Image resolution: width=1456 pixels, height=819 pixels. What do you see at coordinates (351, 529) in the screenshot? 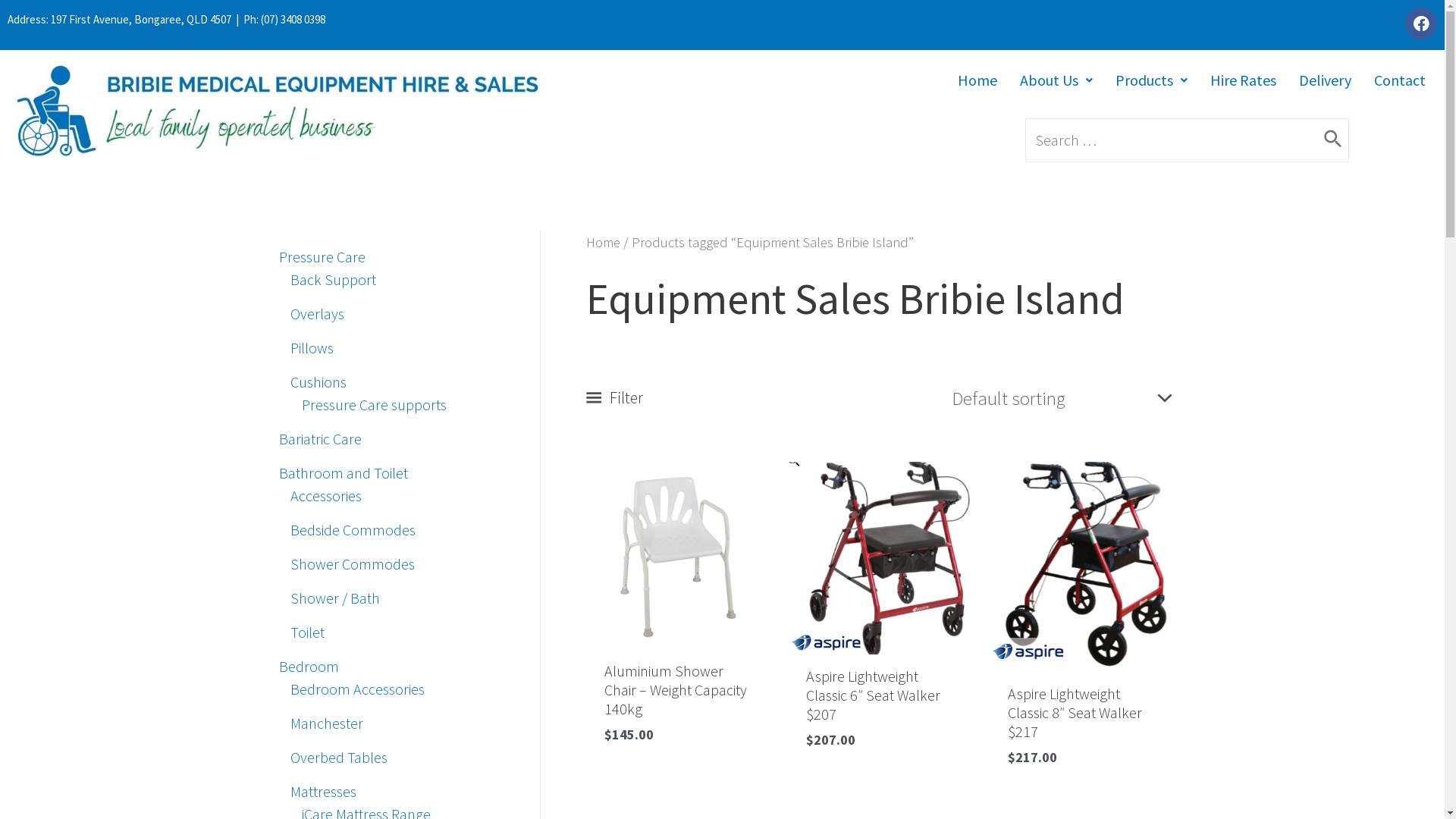
I see `'Bedside Commodes'` at bounding box center [351, 529].